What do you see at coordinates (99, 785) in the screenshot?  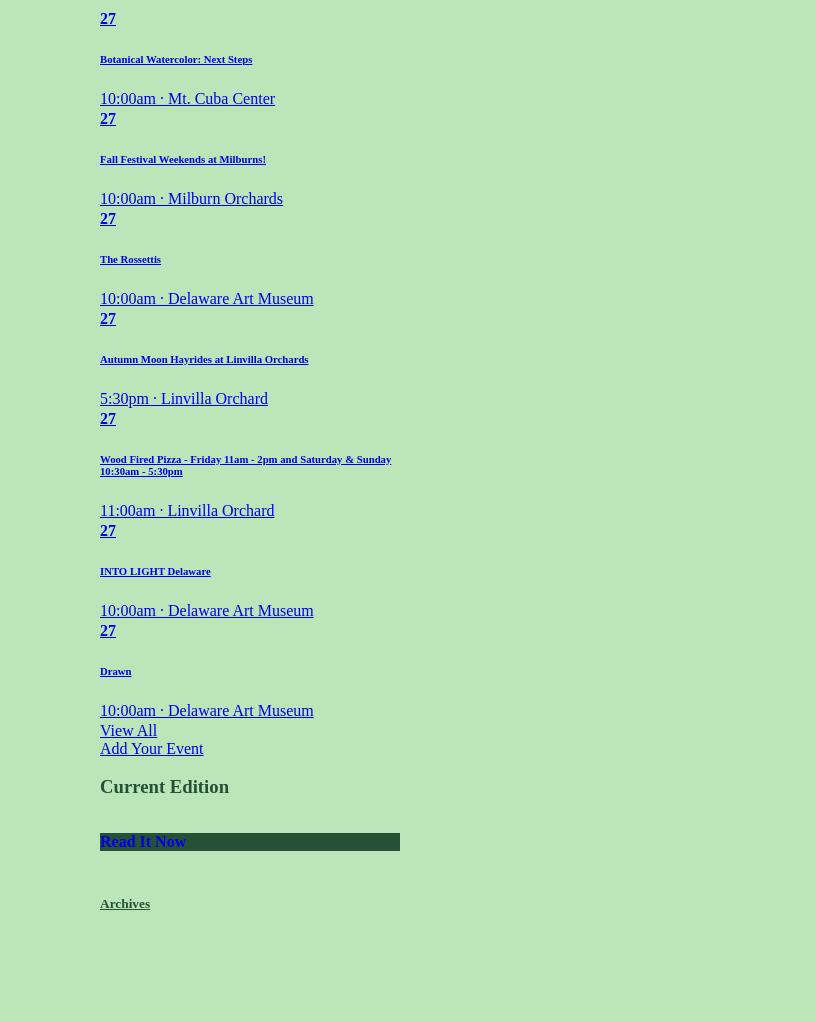 I see `'Current Edition'` at bounding box center [99, 785].